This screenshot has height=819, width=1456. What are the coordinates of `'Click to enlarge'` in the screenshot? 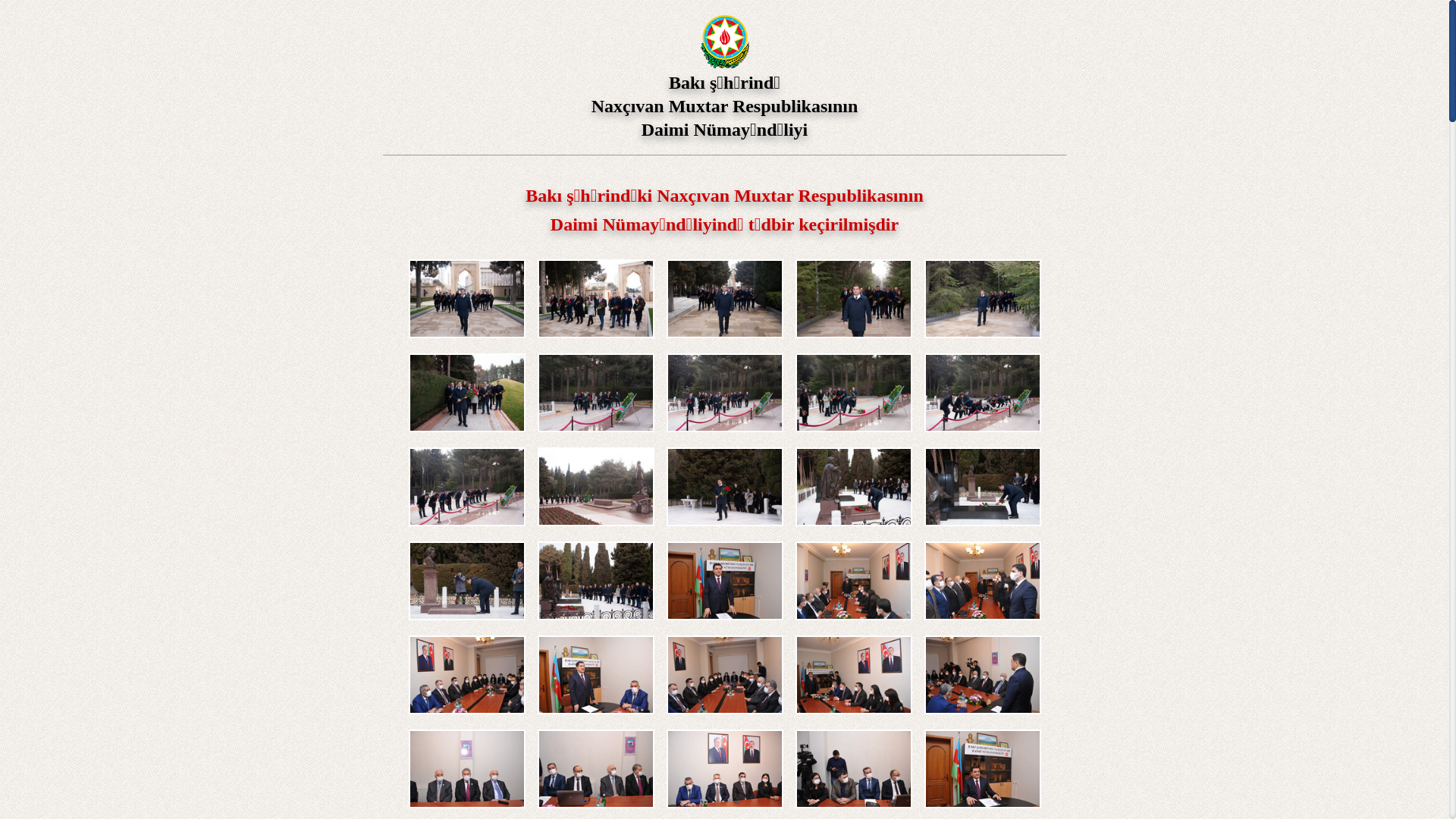 It's located at (465, 674).